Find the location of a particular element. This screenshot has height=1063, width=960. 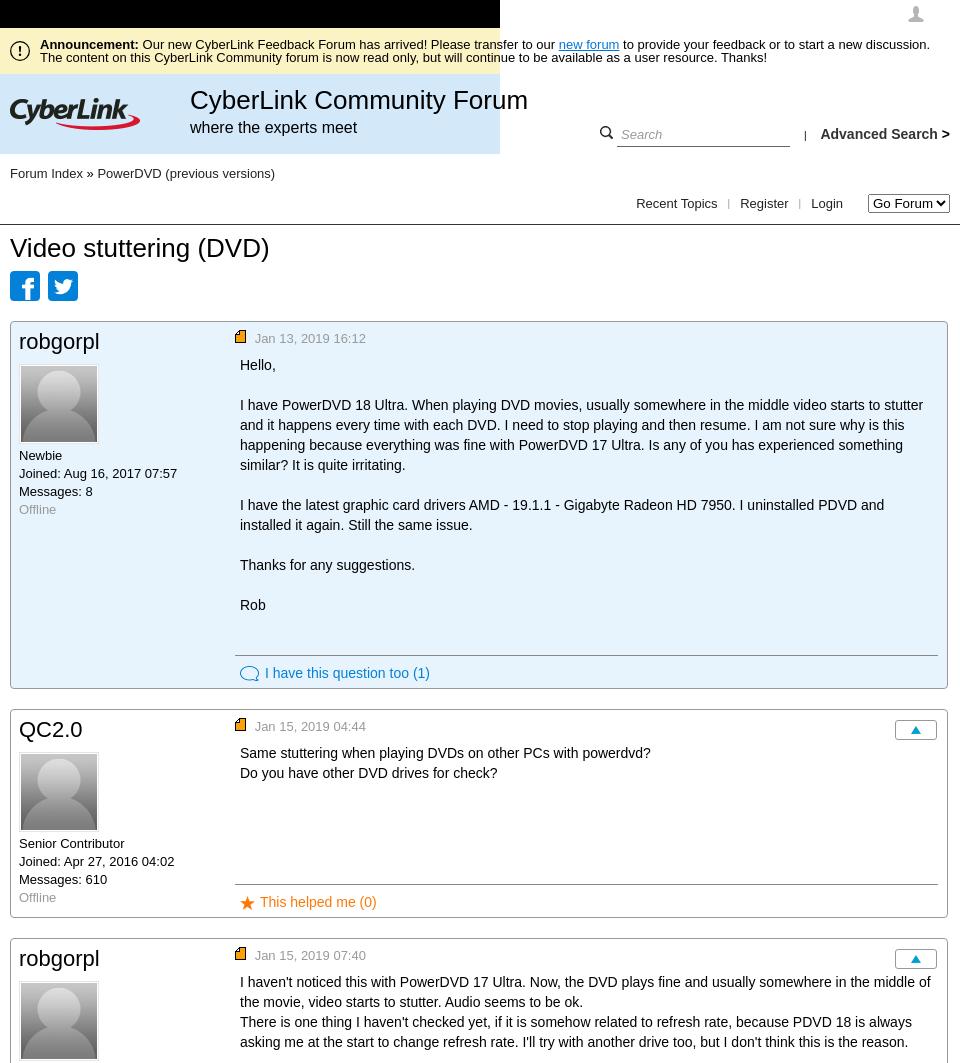

'There is one thing I haven't checked yet, if it is somehow related to refresh rate, because PDVD 18 is always asking me at the start to change refresh rate. I'll try with another drive too, but I don't think this is the reason.' is located at coordinates (575, 1030).